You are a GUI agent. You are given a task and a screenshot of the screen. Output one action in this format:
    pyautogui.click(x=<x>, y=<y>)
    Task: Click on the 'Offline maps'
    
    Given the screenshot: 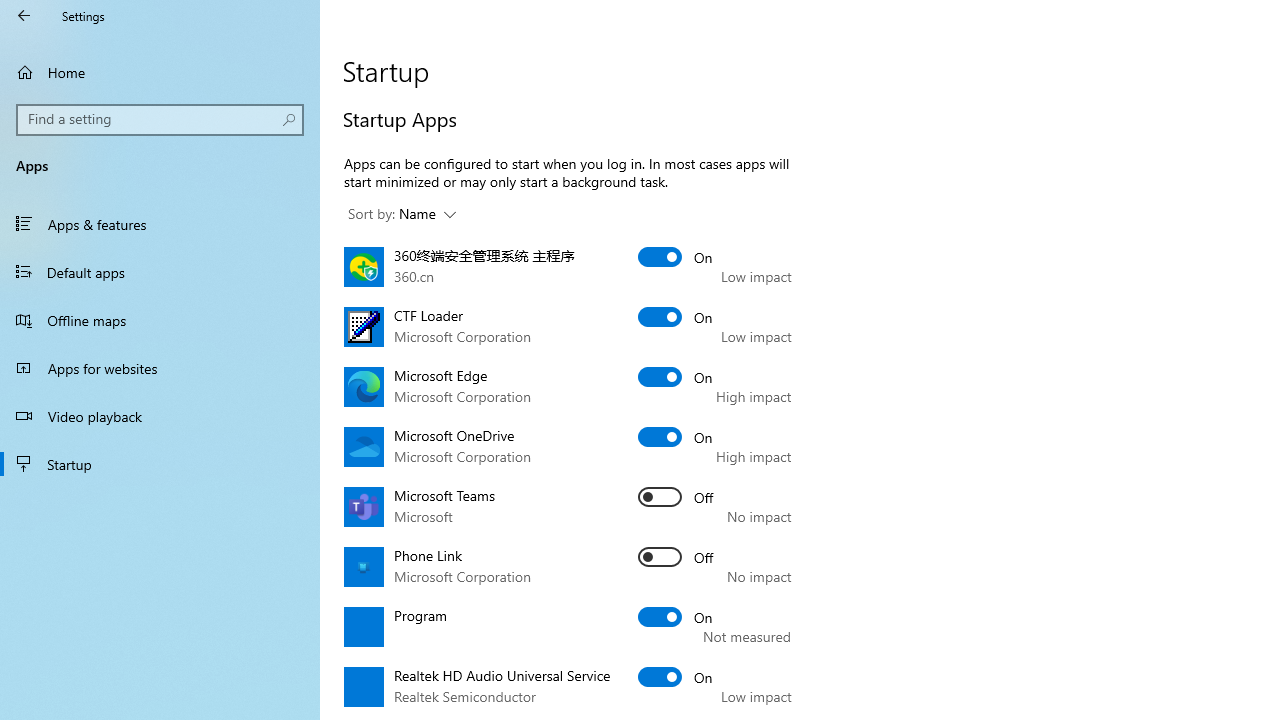 What is the action you would take?
    pyautogui.click(x=160, y=319)
    